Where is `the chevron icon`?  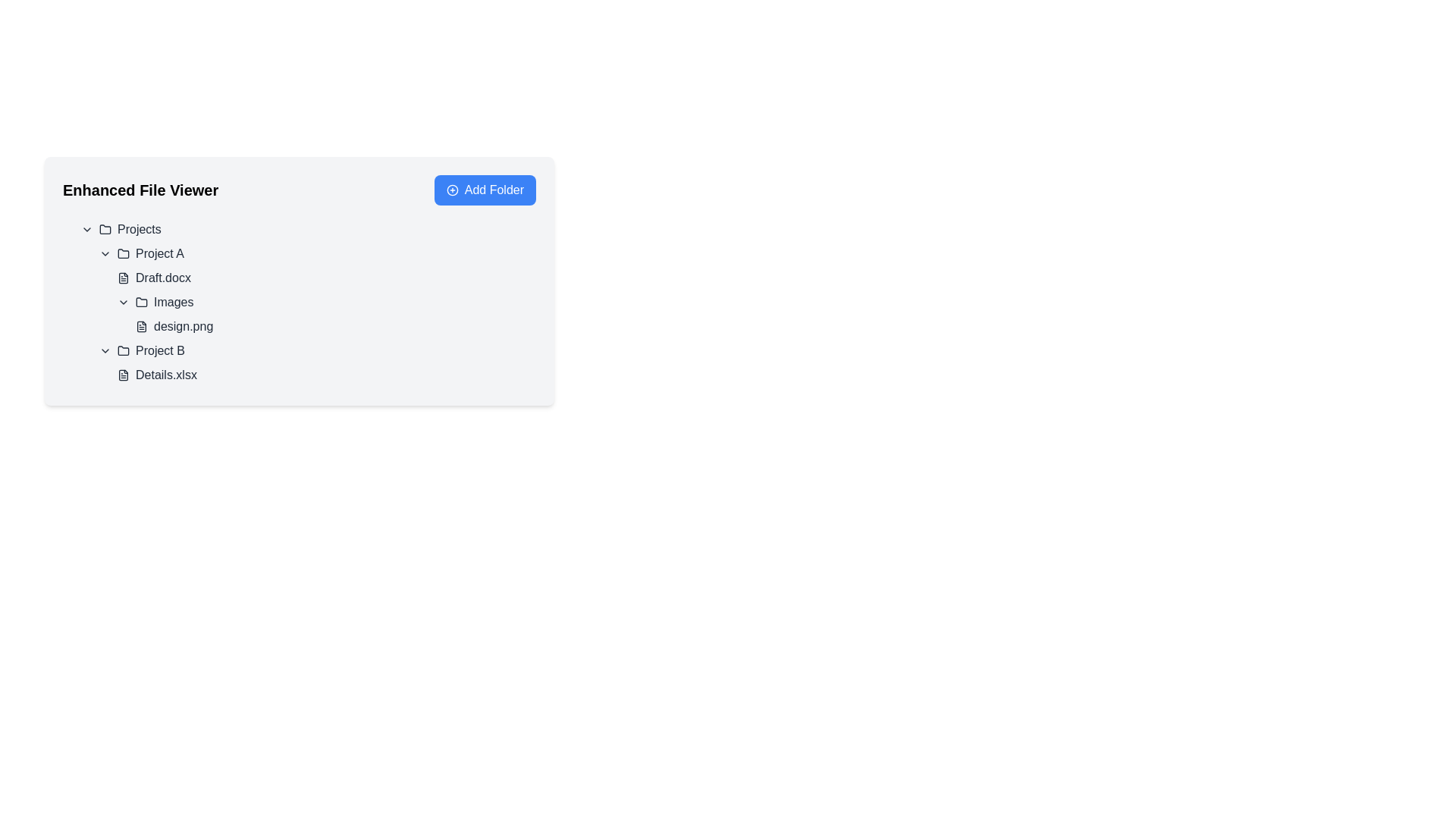 the chevron icon is located at coordinates (105, 350).